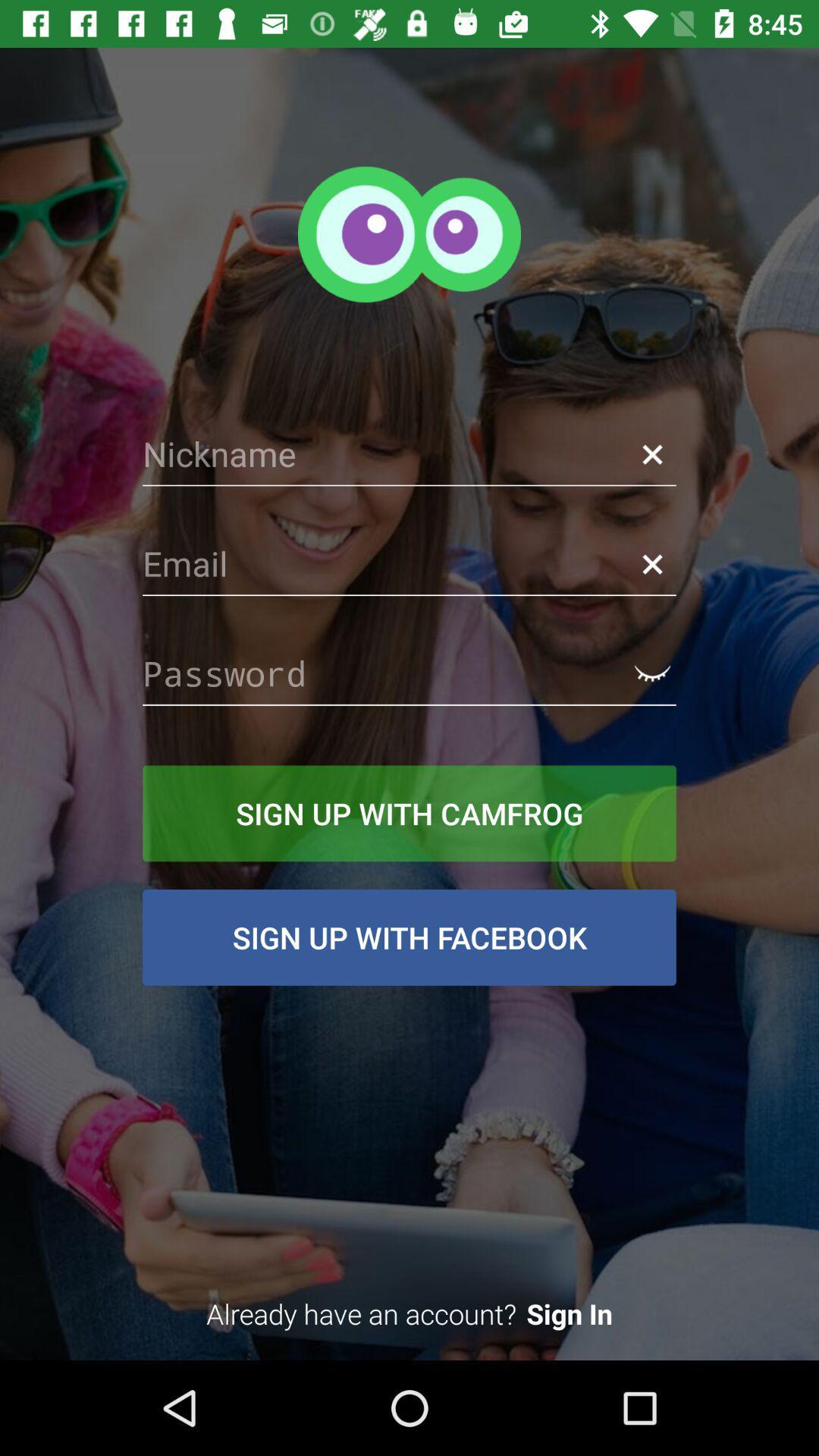  What do you see at coordinates (651, 453) in the screenshot?
I see `clear text` at bounding box center [651, 453].